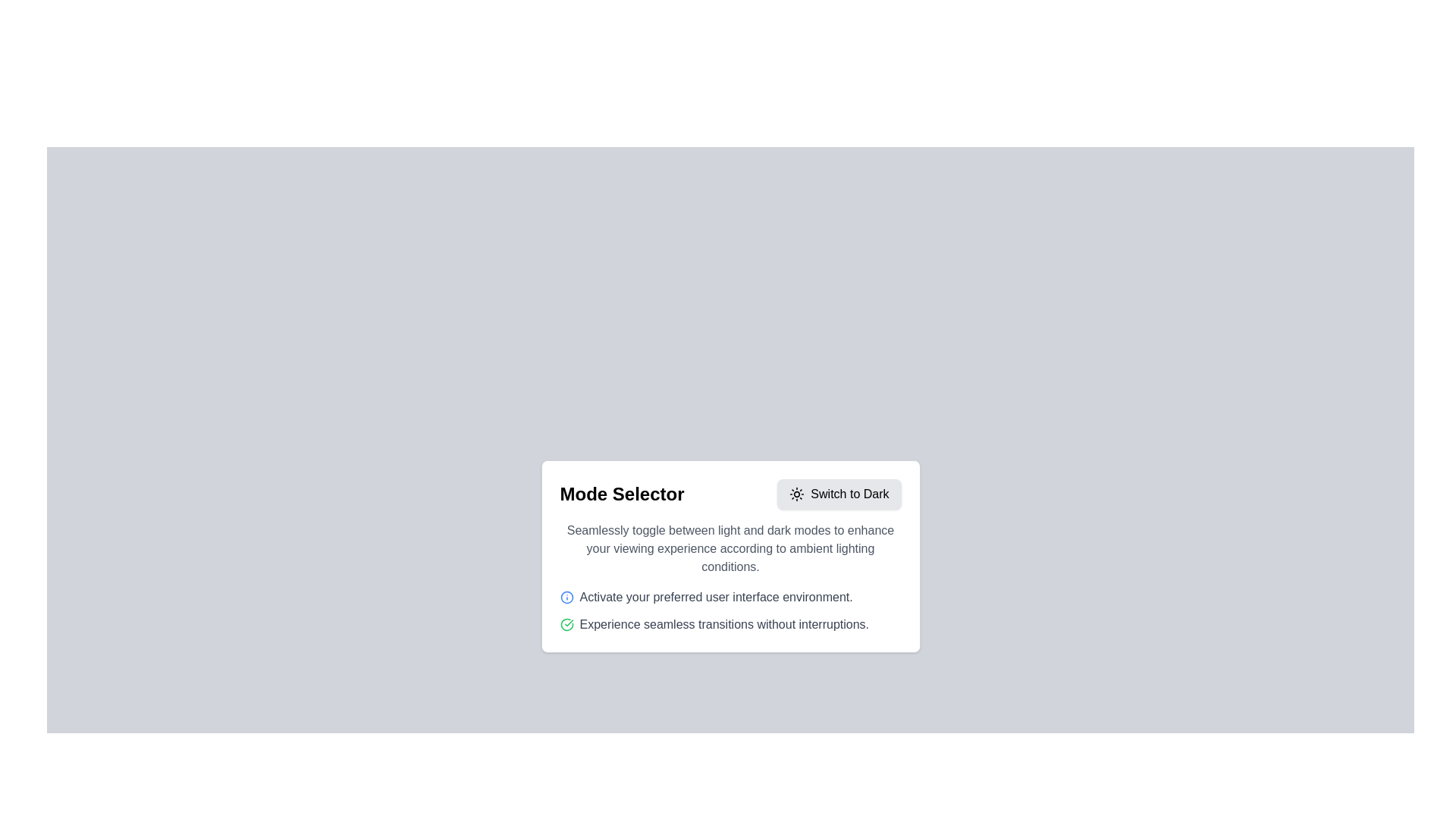  Describe the element at coordinates (566, 625) in the screenshot. I see `the circular icon that serves as a visual indicator, located to the left of the description paragraph in the second list item` at that location.